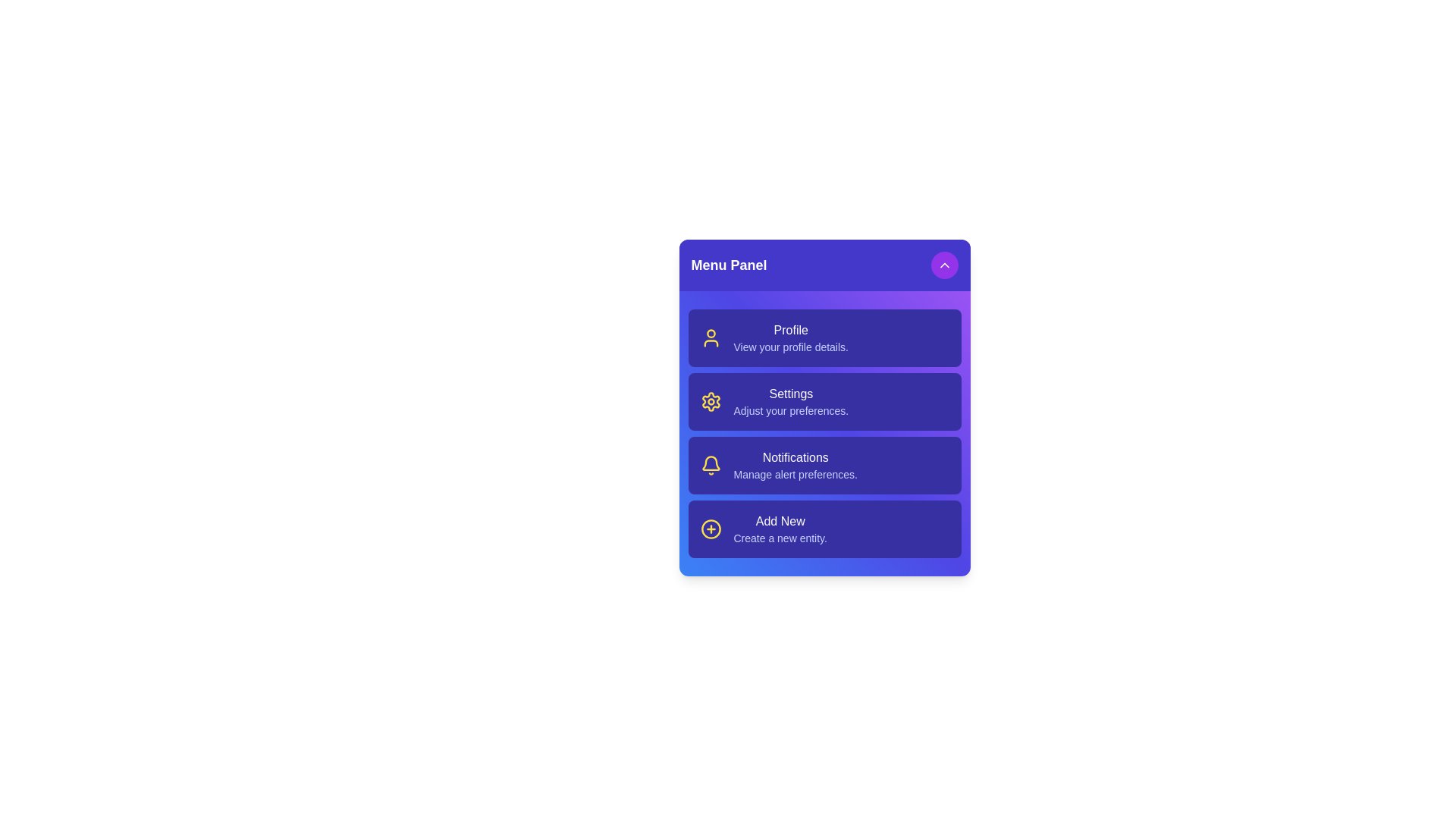 Image resolution: width=1456 pixels, height=819 pixels. I want to click on the menu item Notifications to trigger its hover effect, so click(824, 464).